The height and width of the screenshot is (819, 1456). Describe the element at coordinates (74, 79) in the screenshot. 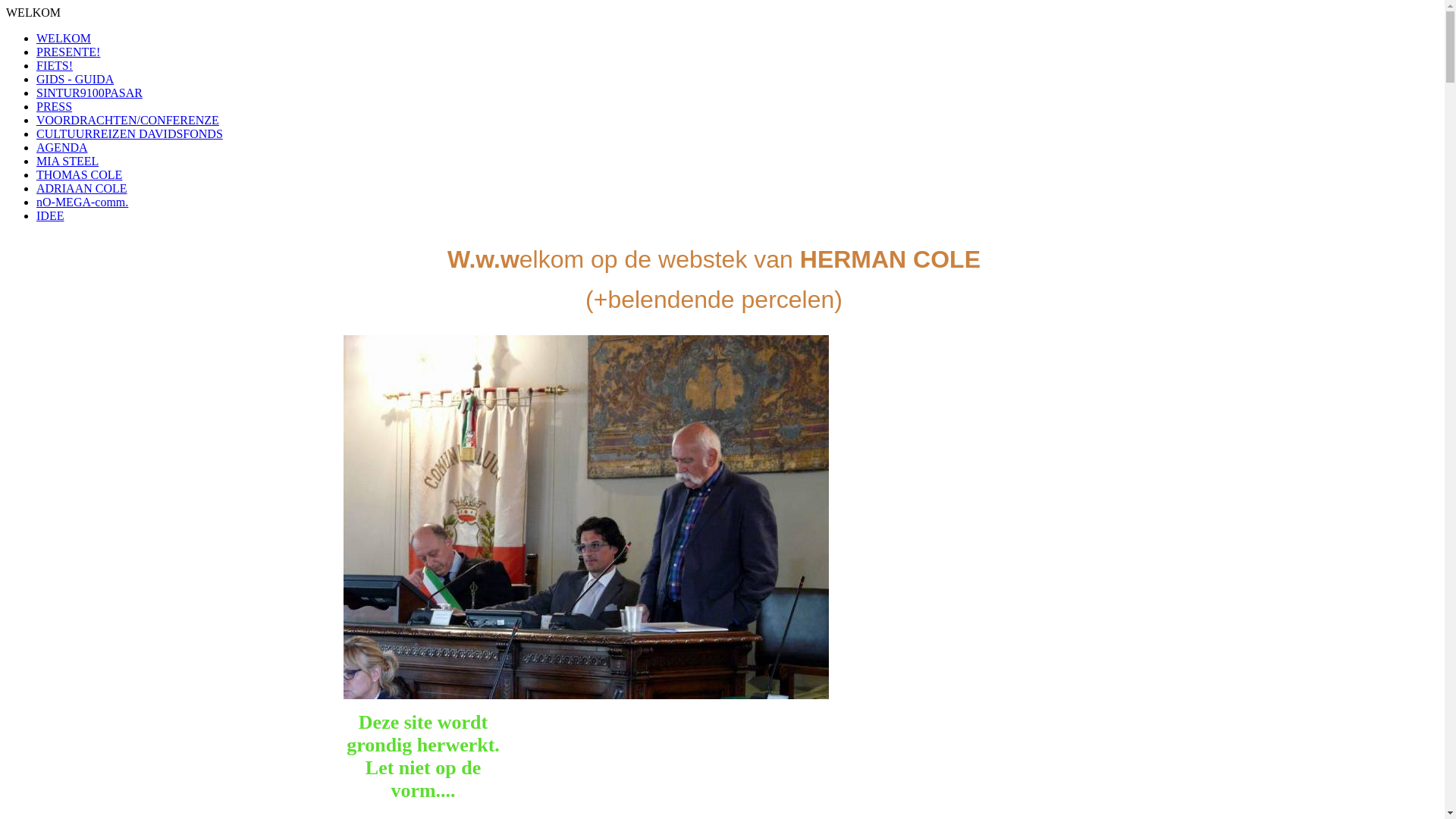

I see `'GIDS - GUIDA'` at that location.